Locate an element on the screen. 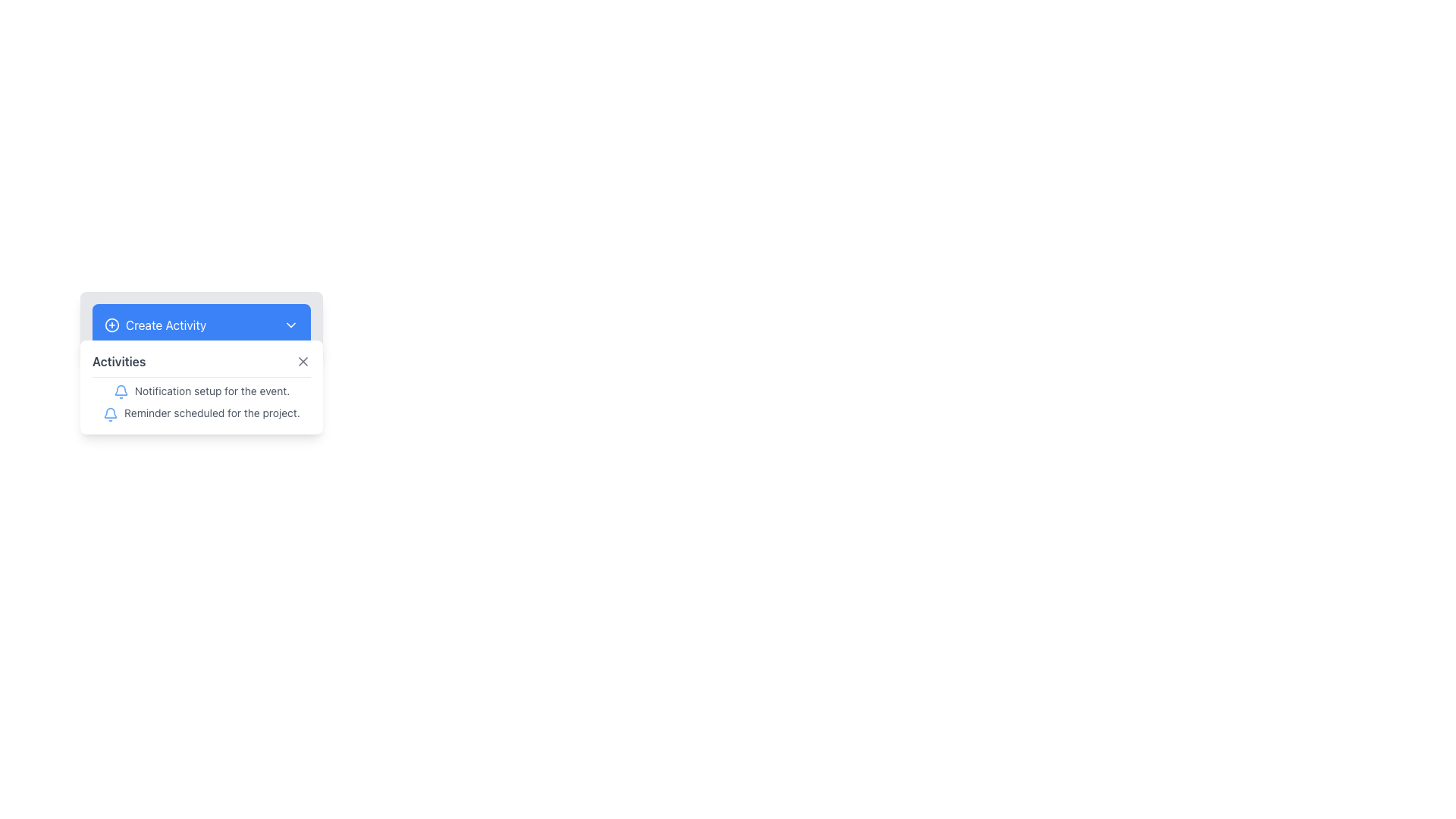 This screenshot has width=1456, height=819. the 'X' icon located at the top right section of the dropdown panel labeled 'Activities' is located at coordinates (303, 362).